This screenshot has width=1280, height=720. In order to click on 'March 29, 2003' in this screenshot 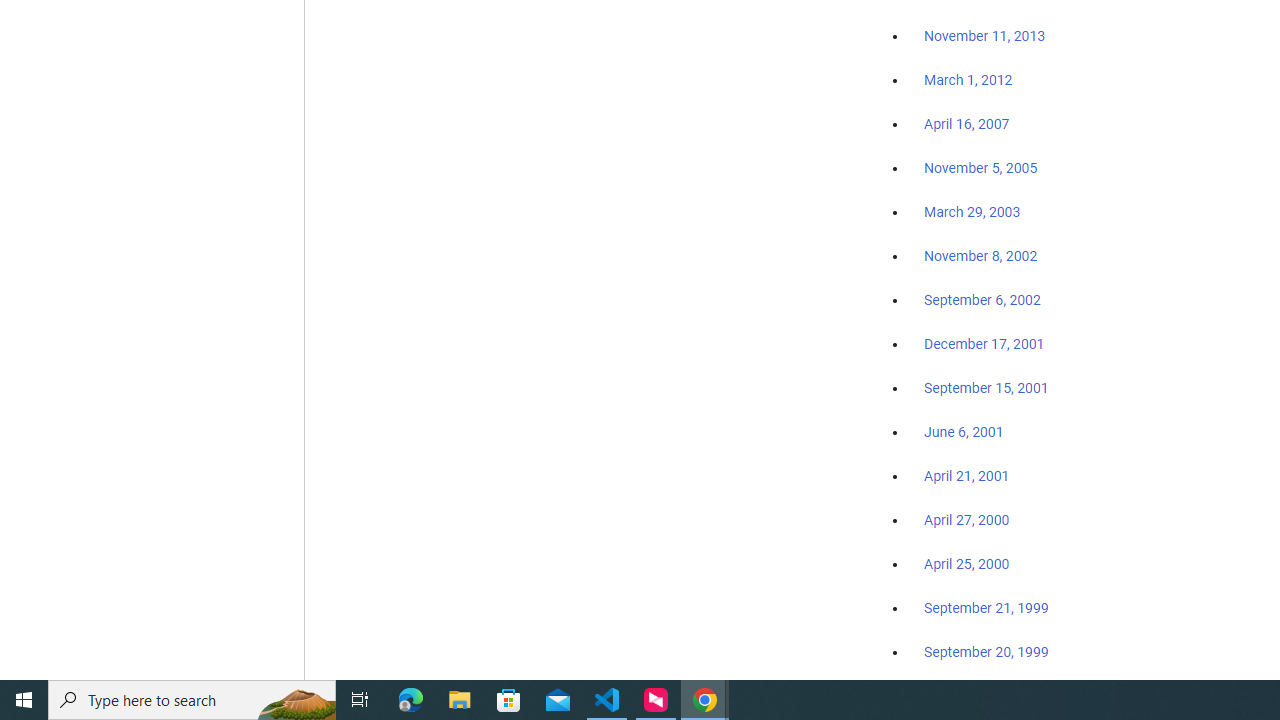, I will do `click(972, 212)`.